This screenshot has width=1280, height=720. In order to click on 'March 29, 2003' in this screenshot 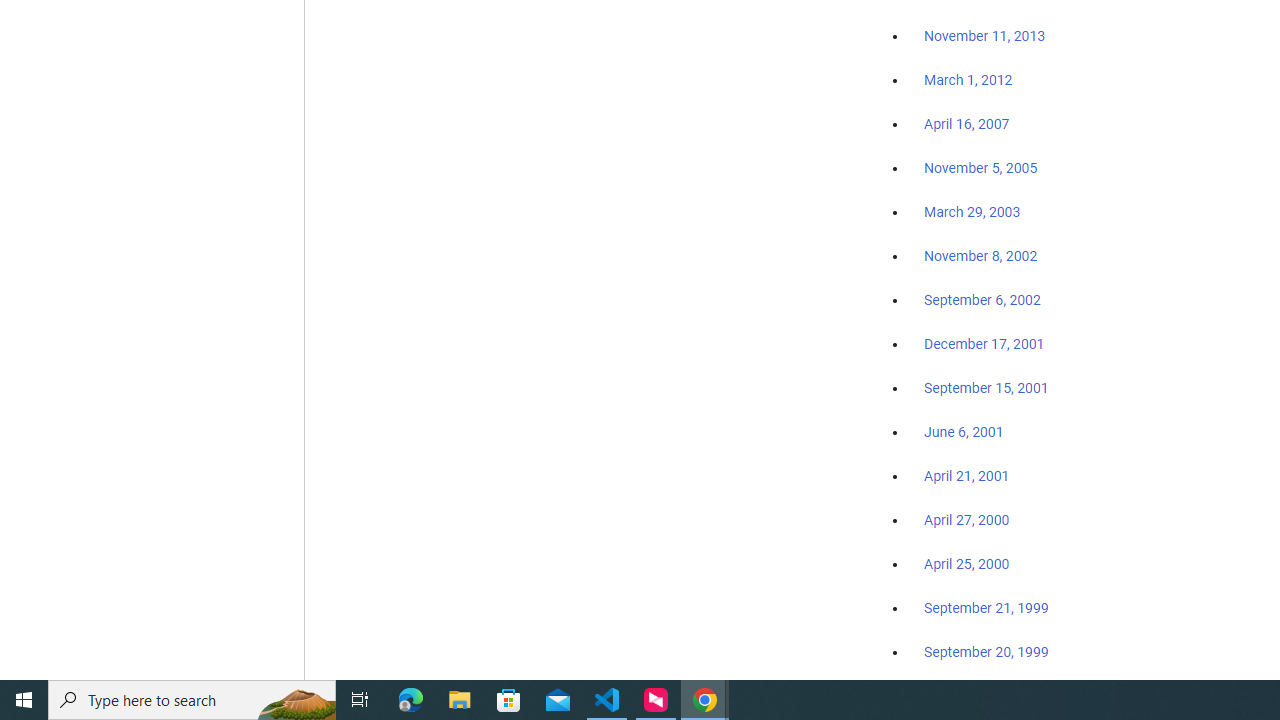, I will do `click(972, 212)`.